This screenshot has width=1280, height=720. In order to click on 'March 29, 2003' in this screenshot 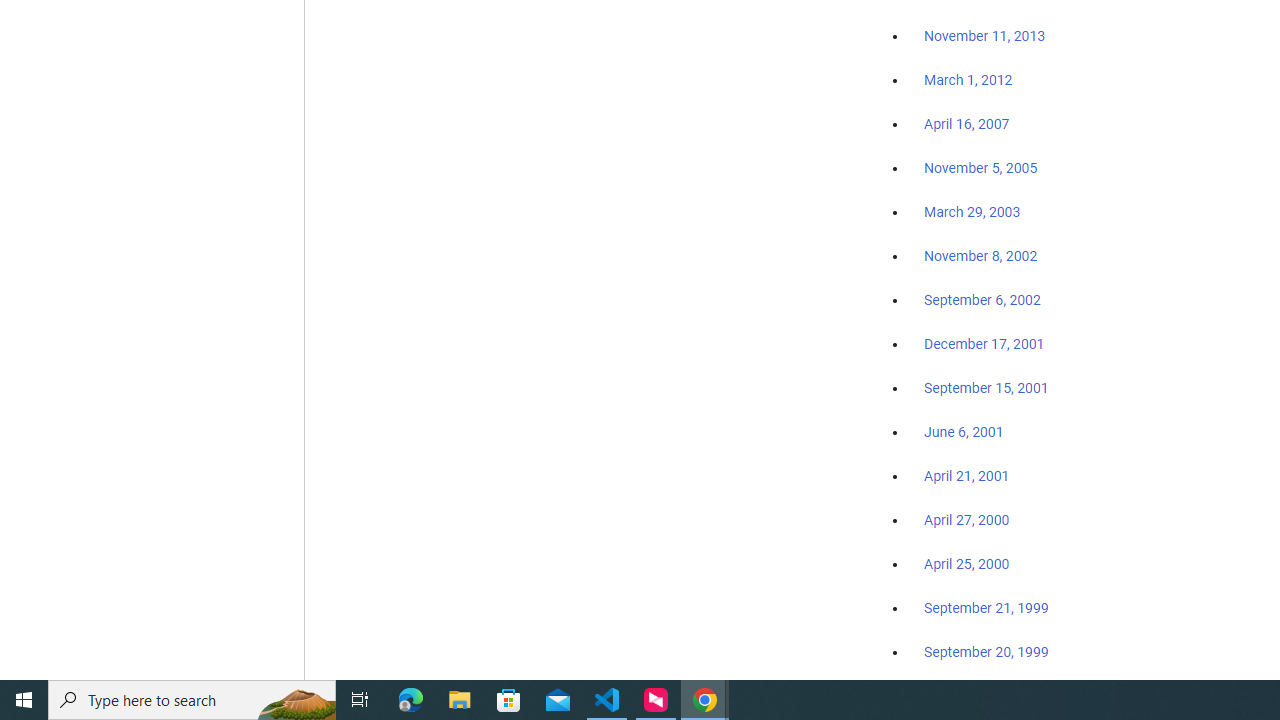, I will do `click(972, 212)`.